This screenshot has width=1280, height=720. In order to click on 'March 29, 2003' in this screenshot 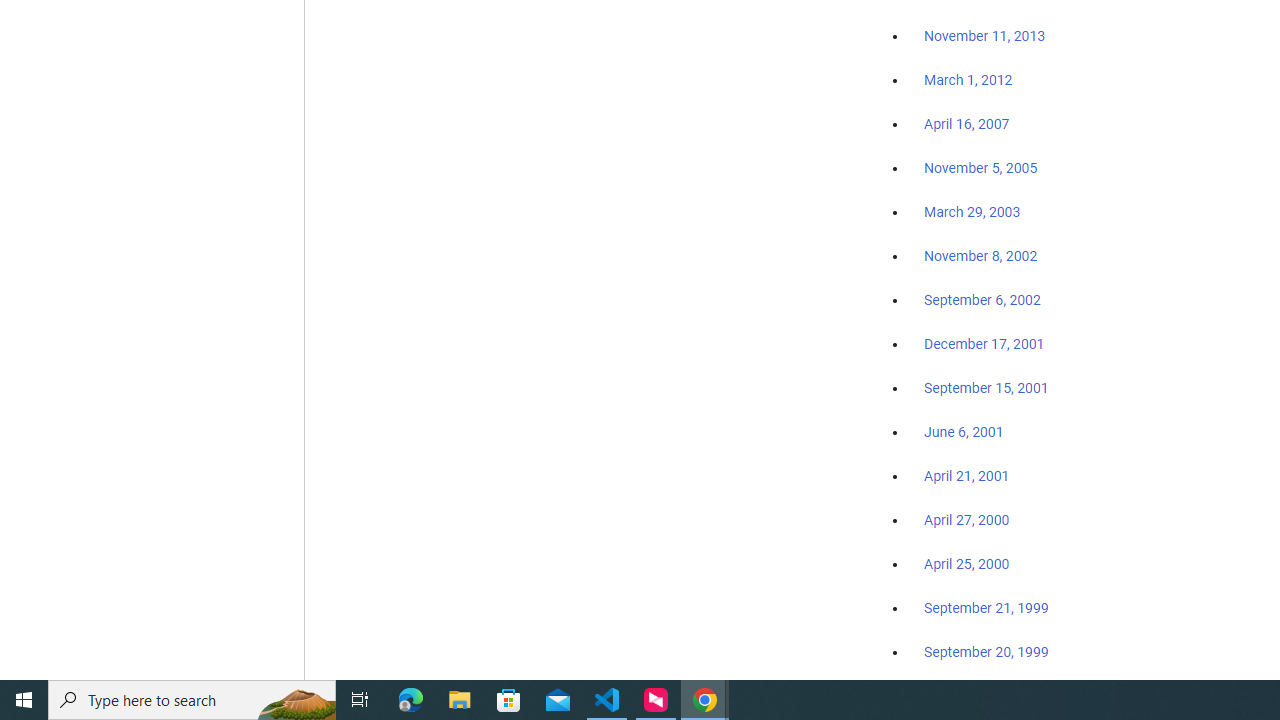, I will do `click(972, 212)`.